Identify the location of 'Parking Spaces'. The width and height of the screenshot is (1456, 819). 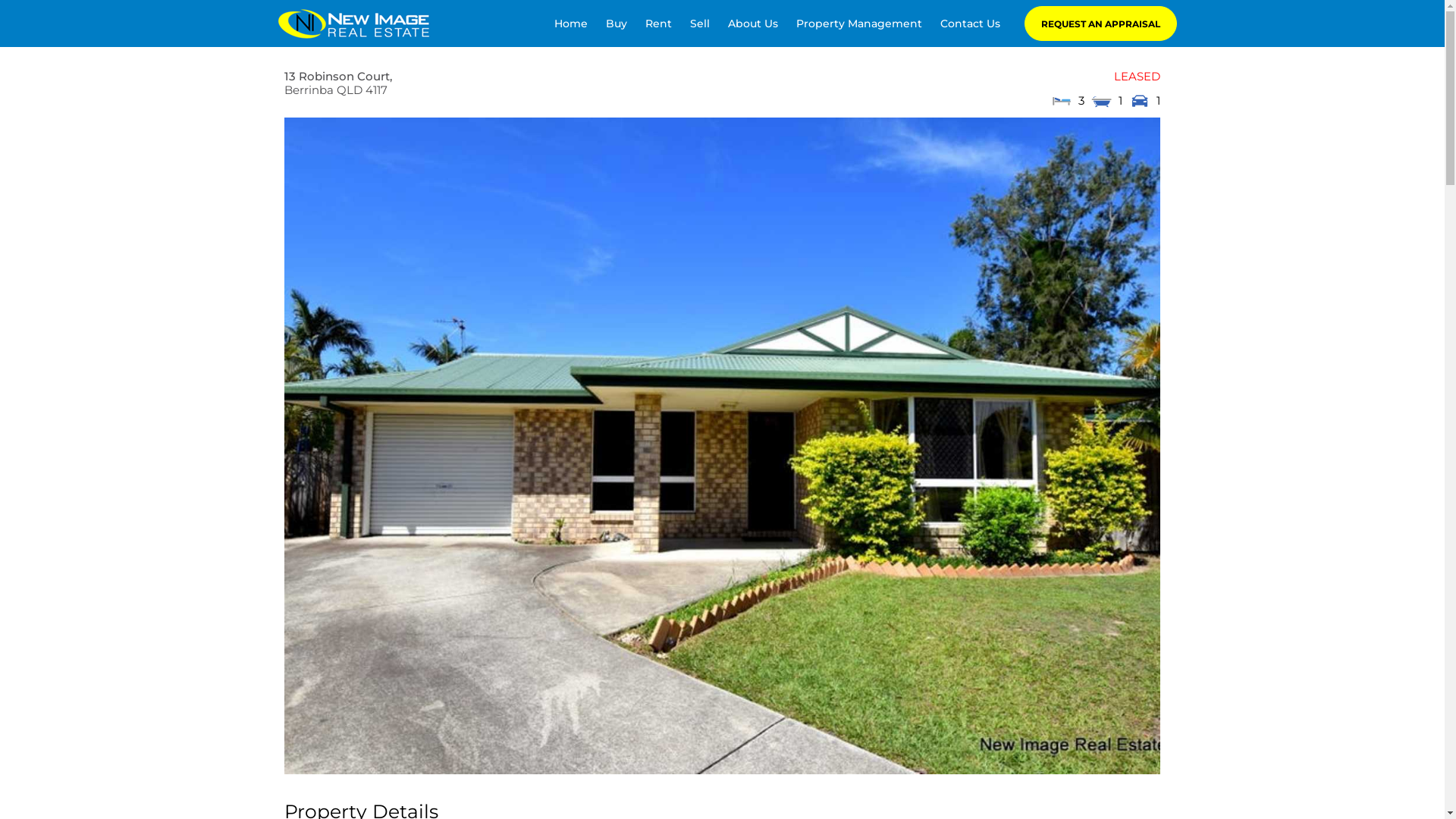
(1139, 100).